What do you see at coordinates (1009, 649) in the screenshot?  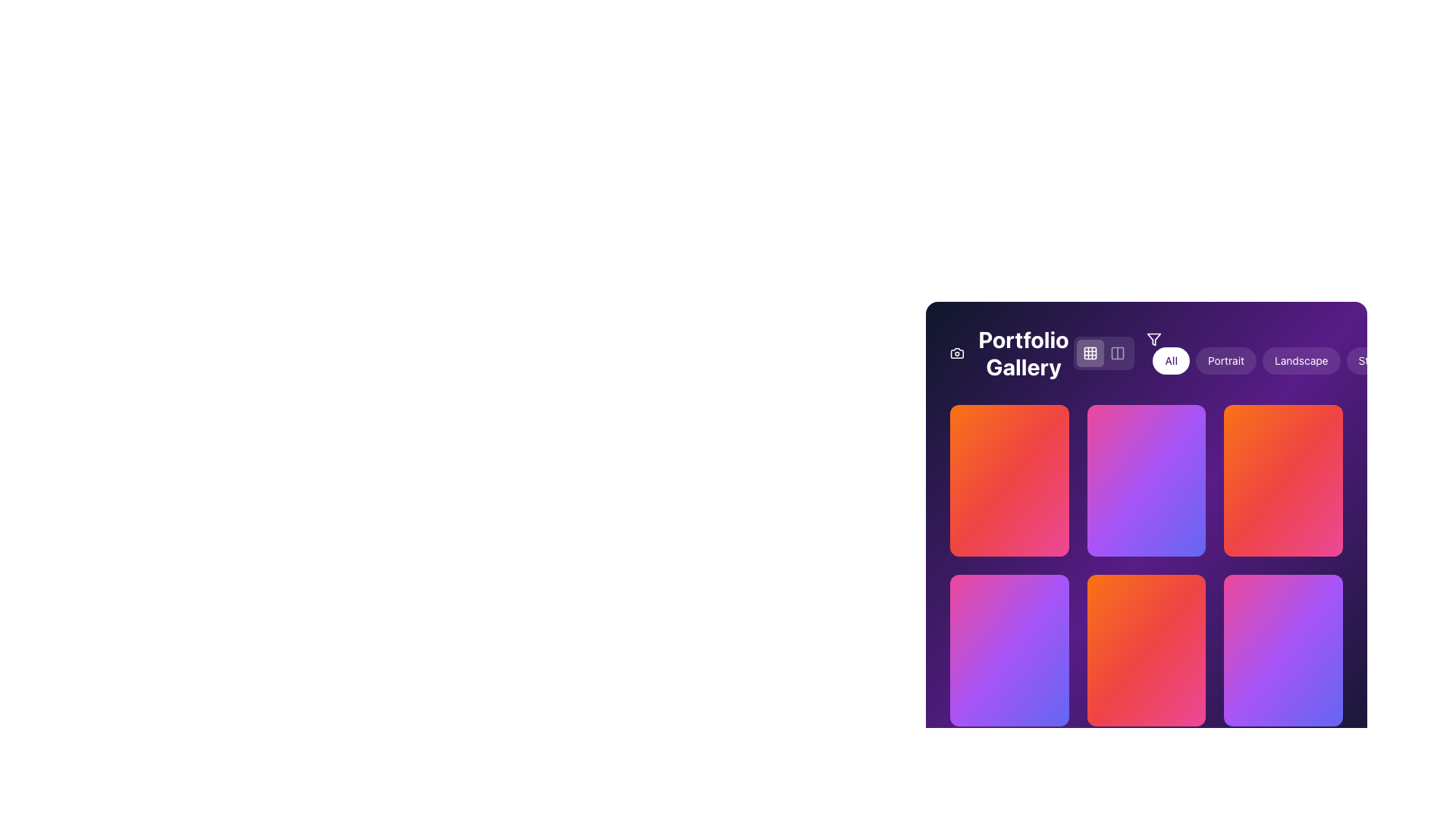 I see `the Display card representing 'Artwork 4621132', which is the first item` at bounding box center [1009, 649].